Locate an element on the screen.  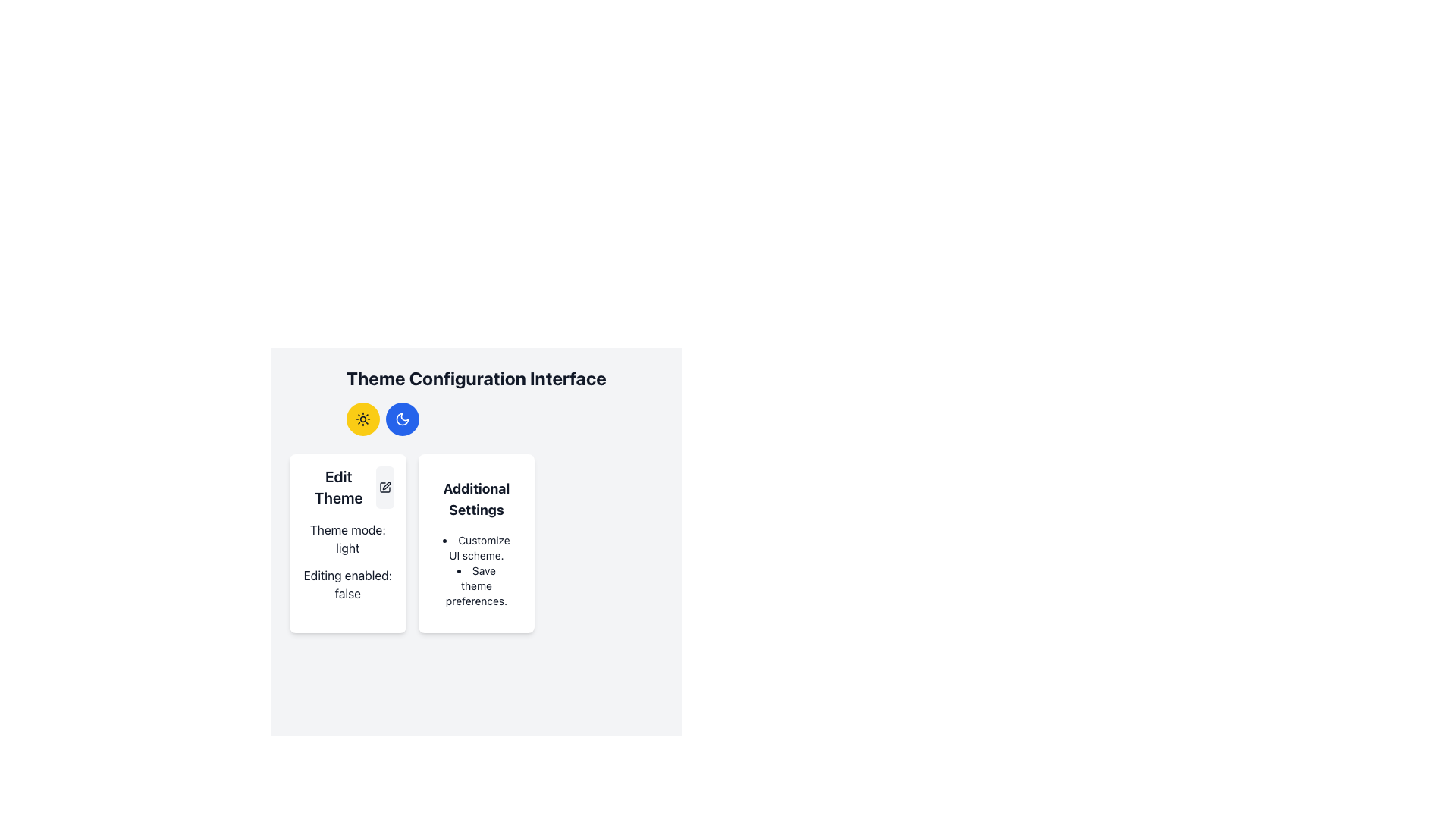
text from the list of options styled with bullets within the 'Additional Settings' card, which includes 'Customize UI scheme.' and 'Save theme preferences.' is located at coordinates (475, 570).